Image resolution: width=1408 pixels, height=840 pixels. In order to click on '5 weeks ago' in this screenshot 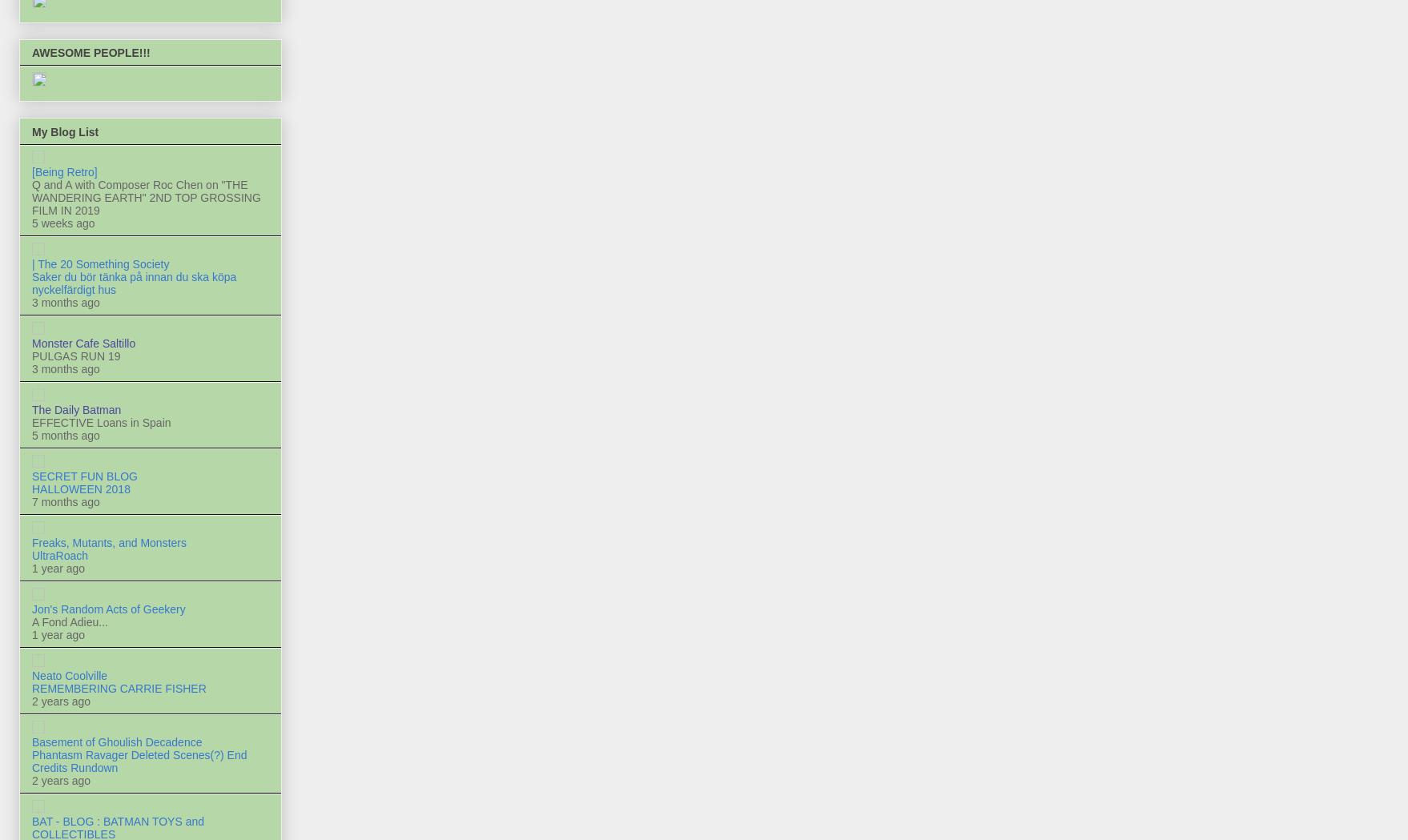, I will do `click(62, 221)`.